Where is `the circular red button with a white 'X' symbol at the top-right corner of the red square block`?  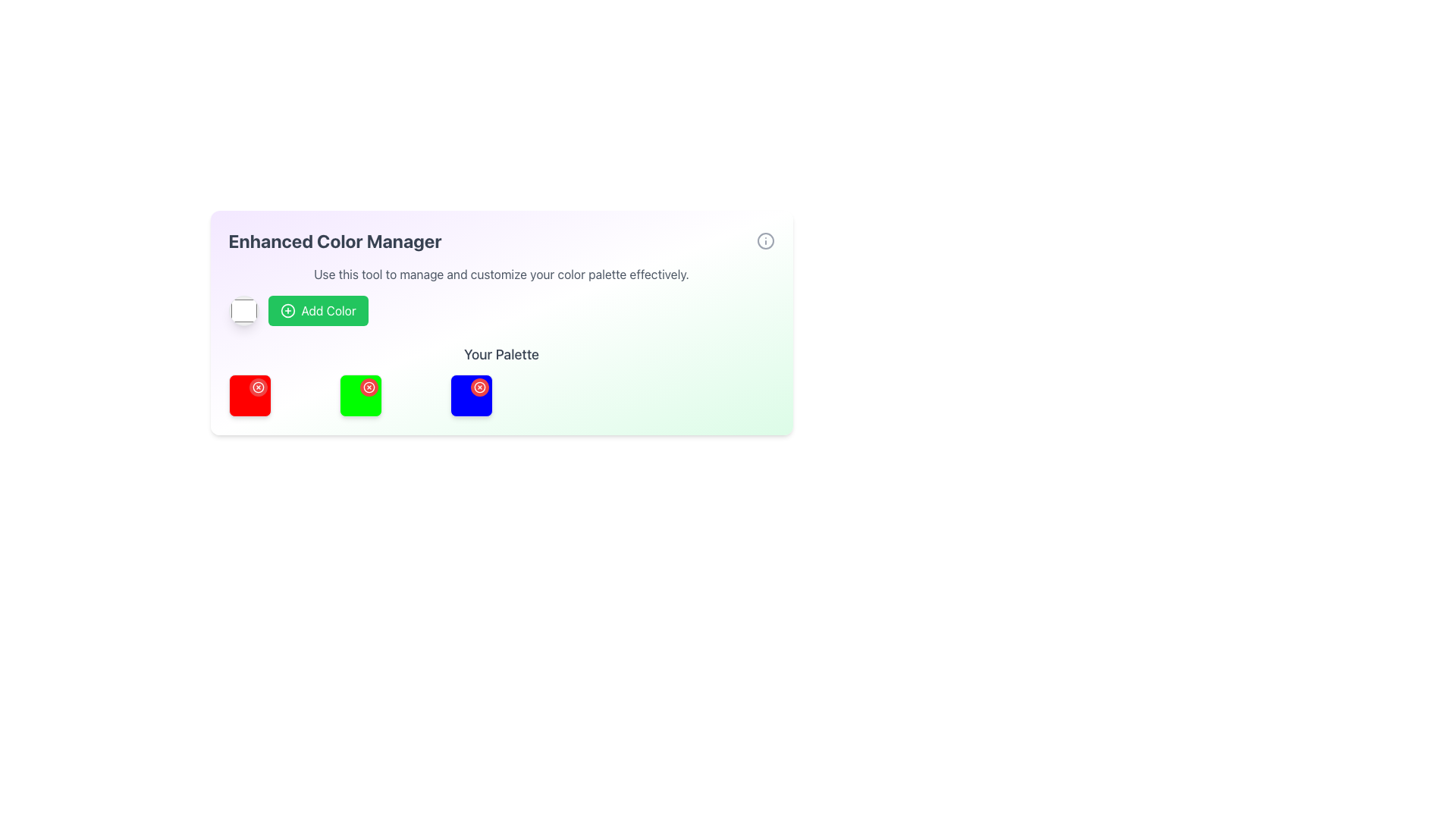 the circular red button with a white 'X' symbol at the top-right corner of the red square block is located at coordinates (258, 386).